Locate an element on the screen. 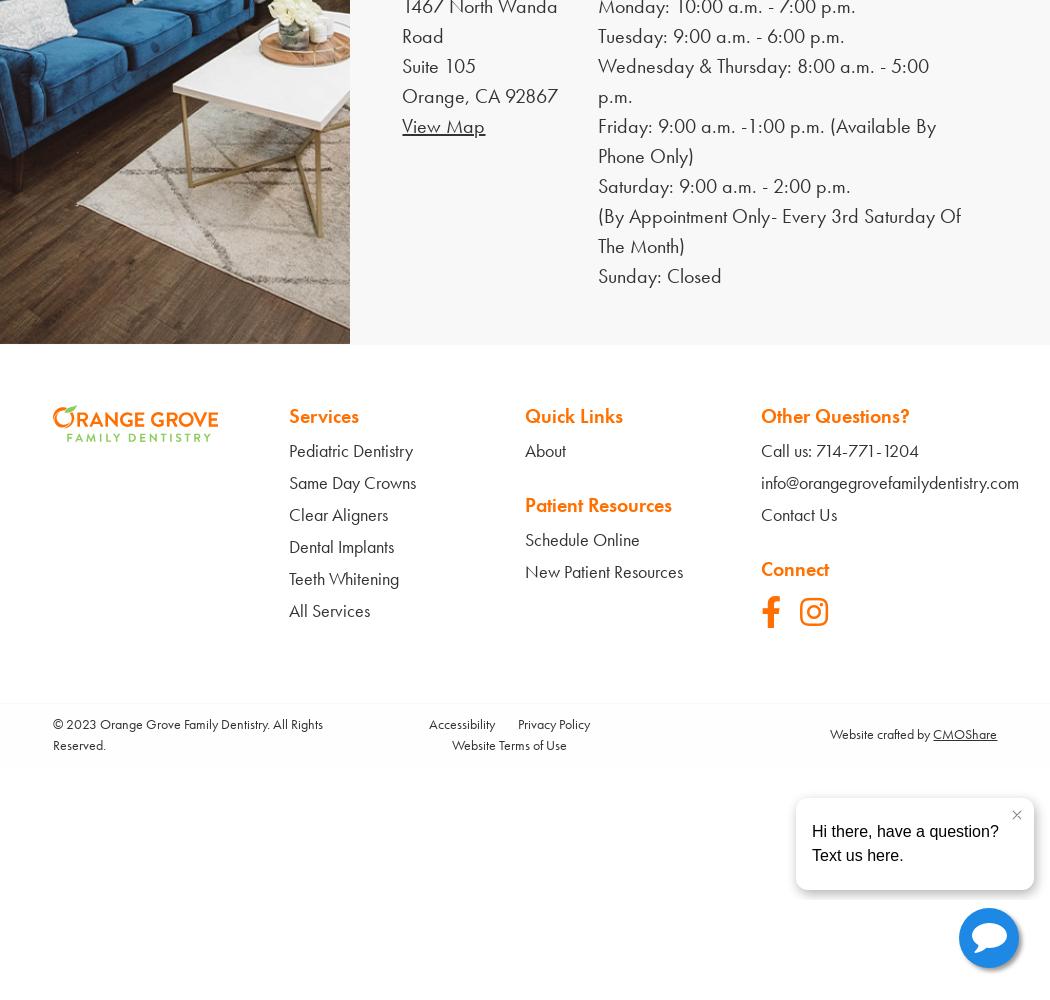  '(By Appointment Only- Every 3rd Saturday Of The Month)' is located at coordinates (778, 230).